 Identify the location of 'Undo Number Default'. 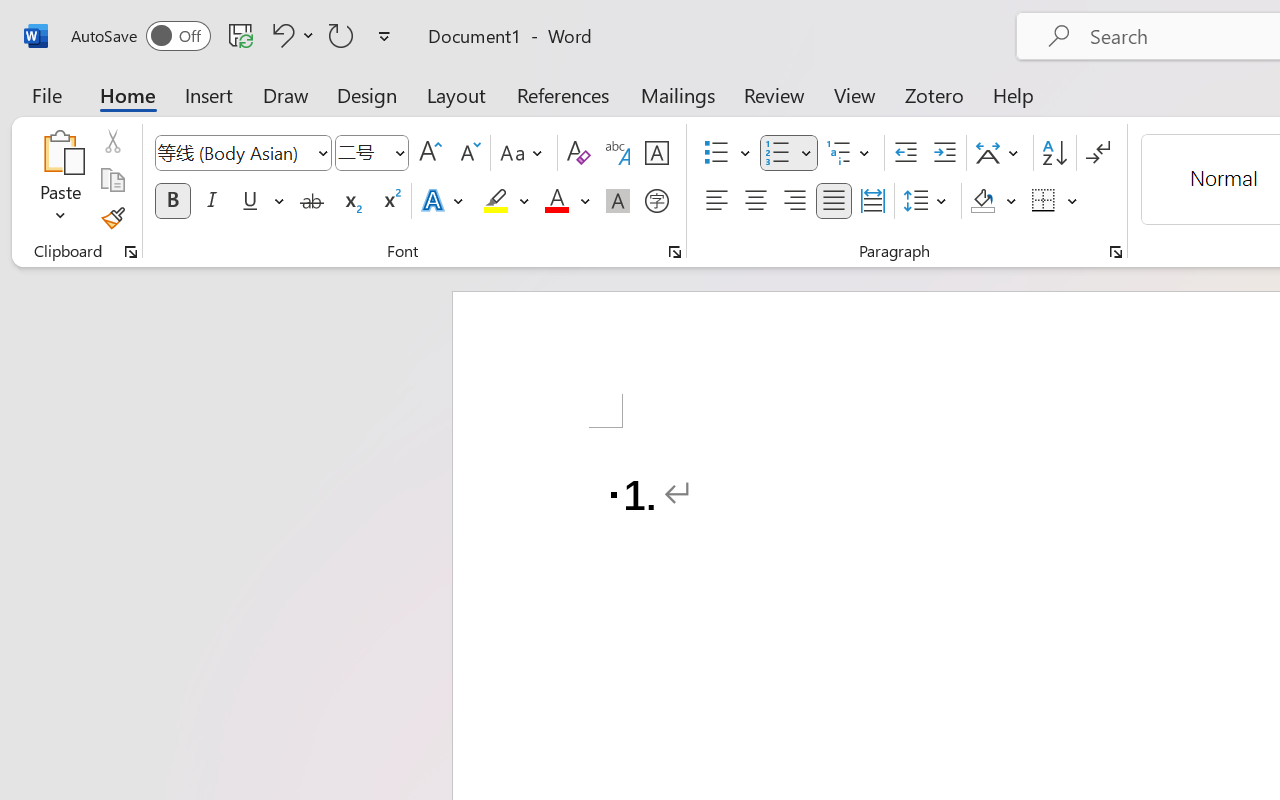
(279, 34).